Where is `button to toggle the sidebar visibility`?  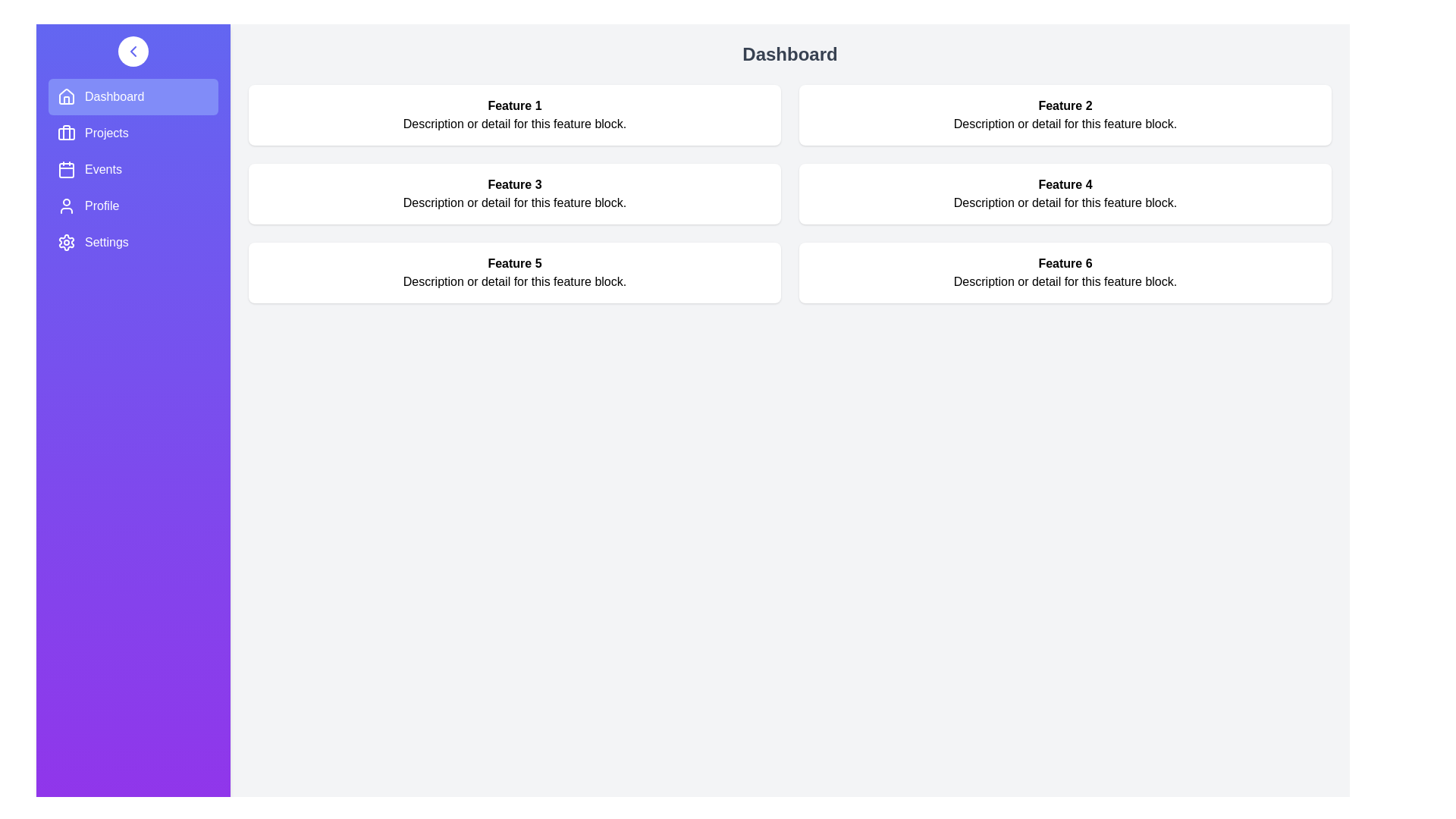 button to toggle the sidebar visibility is located at coordinates (133, 51).